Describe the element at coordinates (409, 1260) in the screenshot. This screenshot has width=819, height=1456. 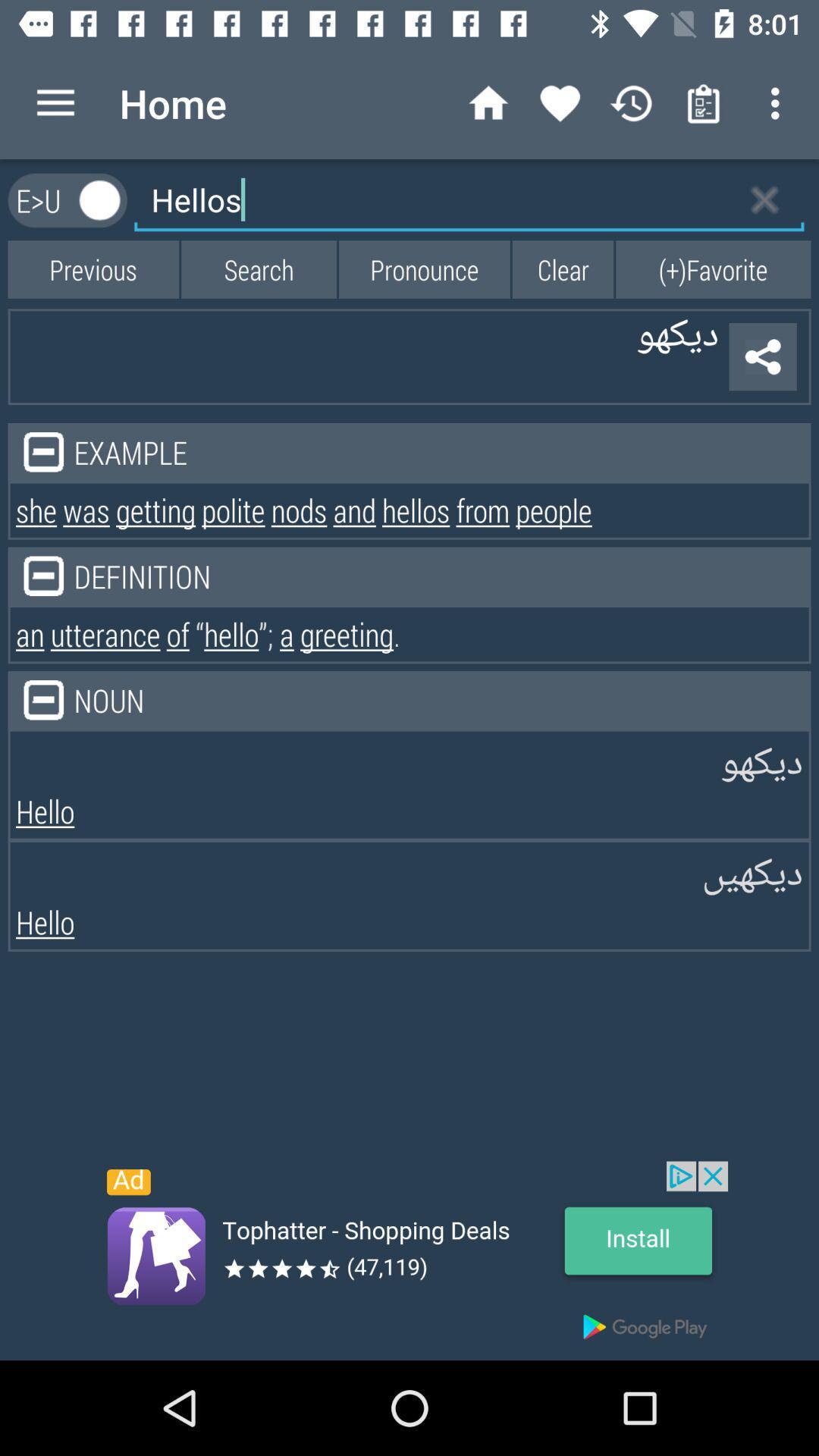
I see `install the option` at that location.